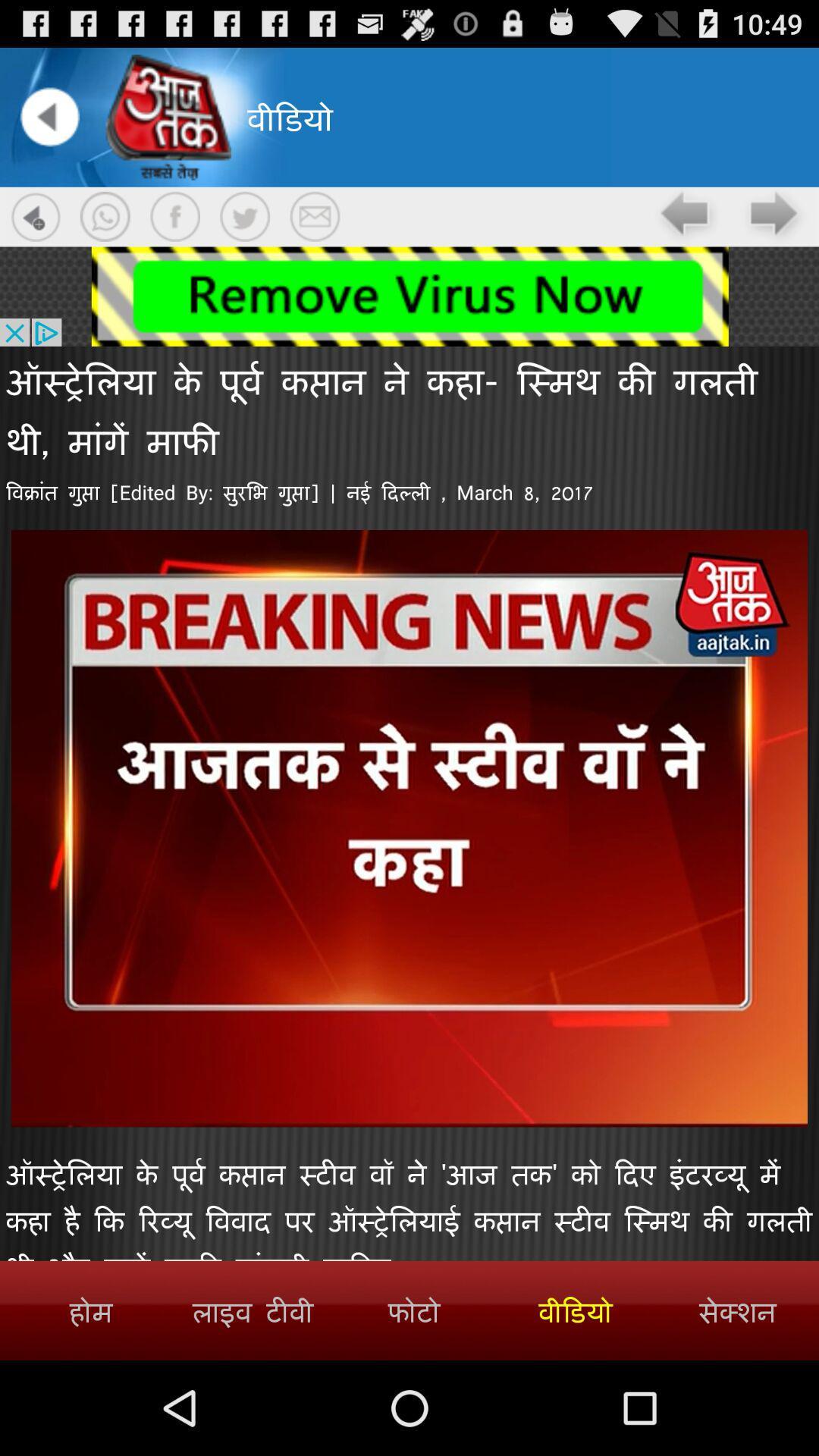  I want to click on the arrow_backward icon, so click(49, 125).